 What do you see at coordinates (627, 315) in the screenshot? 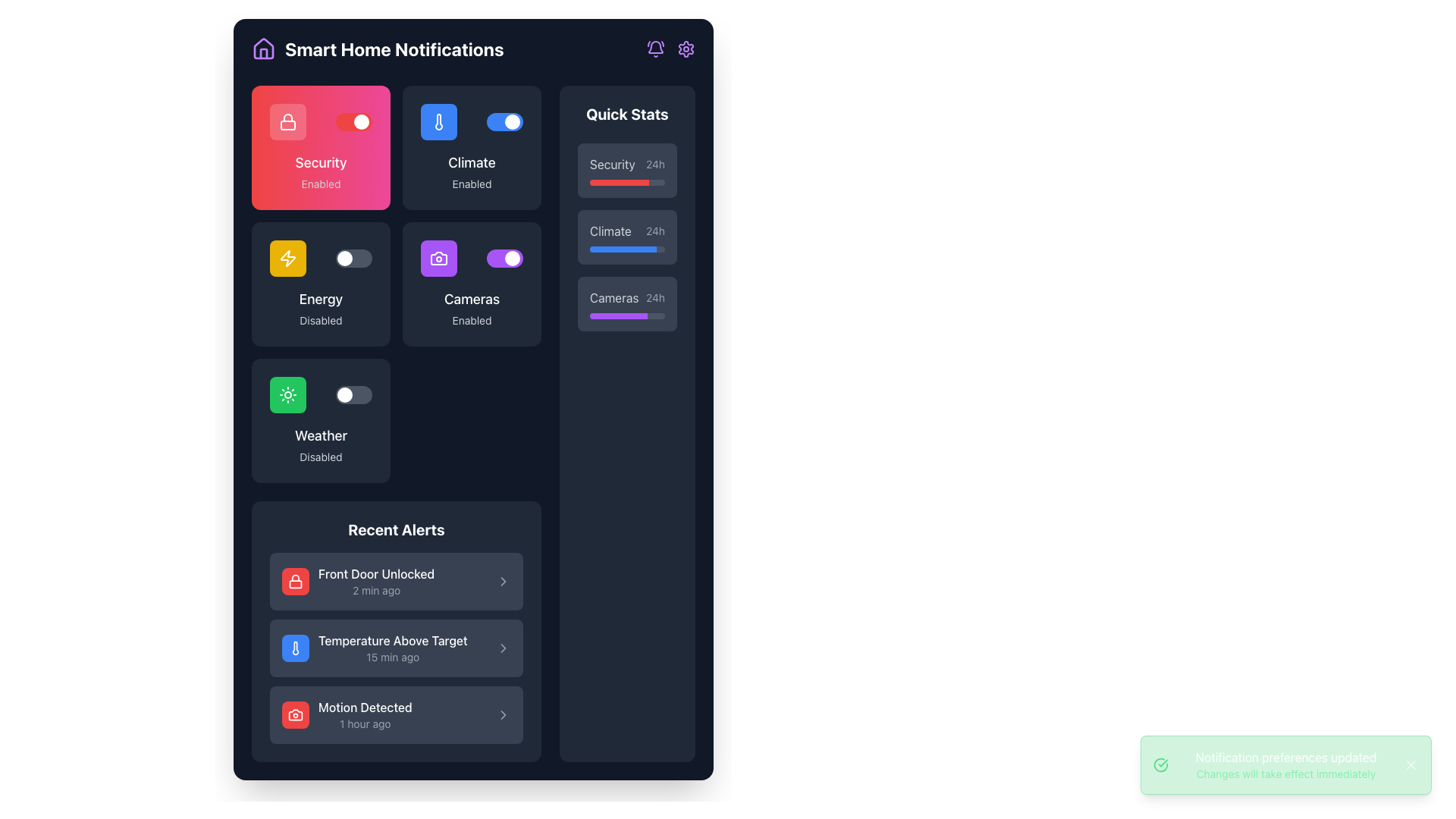
I see `the third progress bar in the 'Quick Stats' section, located below the 'Cameras 24h' label` at bounding box center [627, 315].